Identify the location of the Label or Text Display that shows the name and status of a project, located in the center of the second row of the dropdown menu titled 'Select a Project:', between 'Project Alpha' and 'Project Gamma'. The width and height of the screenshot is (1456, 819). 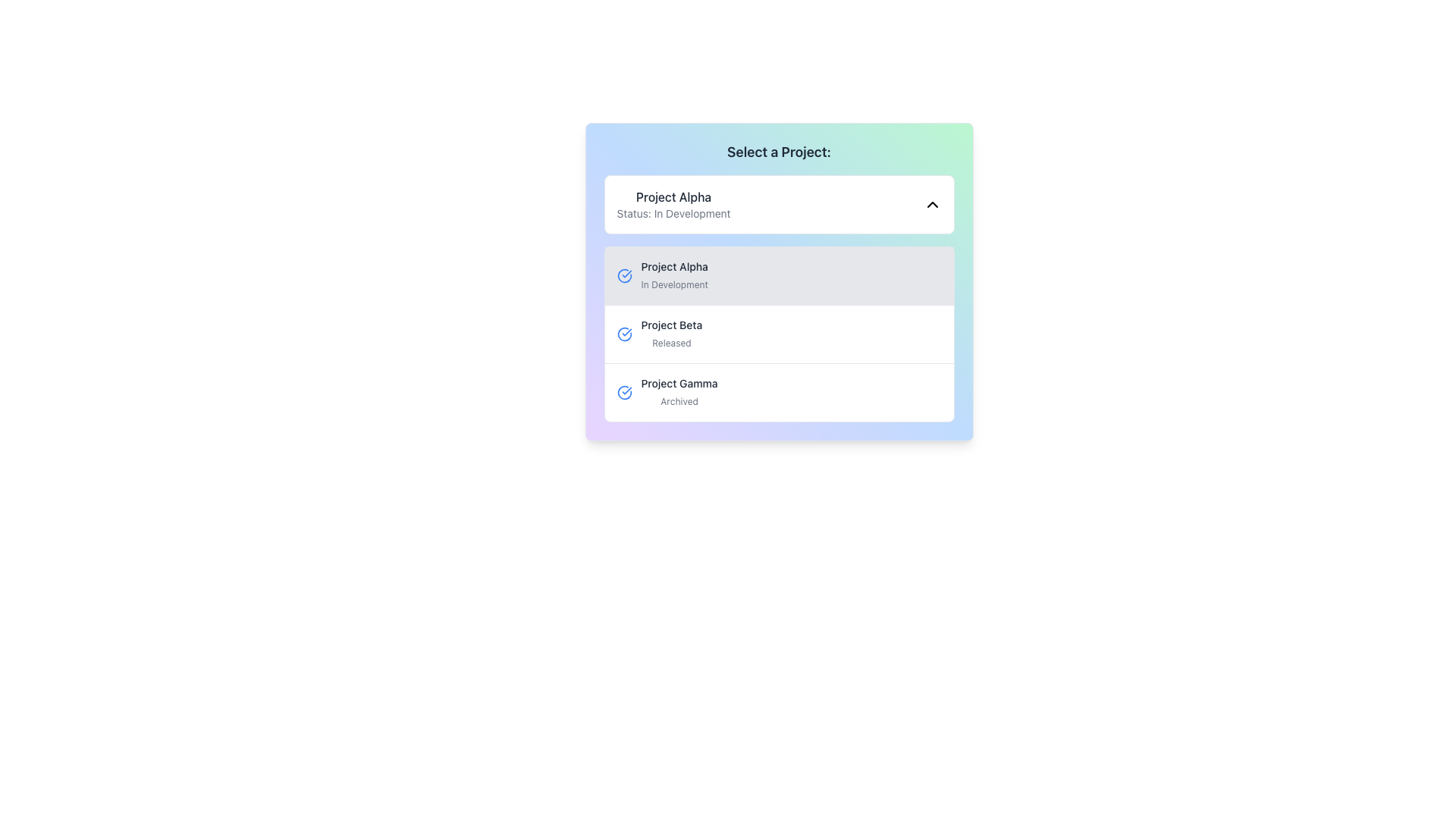
(670, 333).